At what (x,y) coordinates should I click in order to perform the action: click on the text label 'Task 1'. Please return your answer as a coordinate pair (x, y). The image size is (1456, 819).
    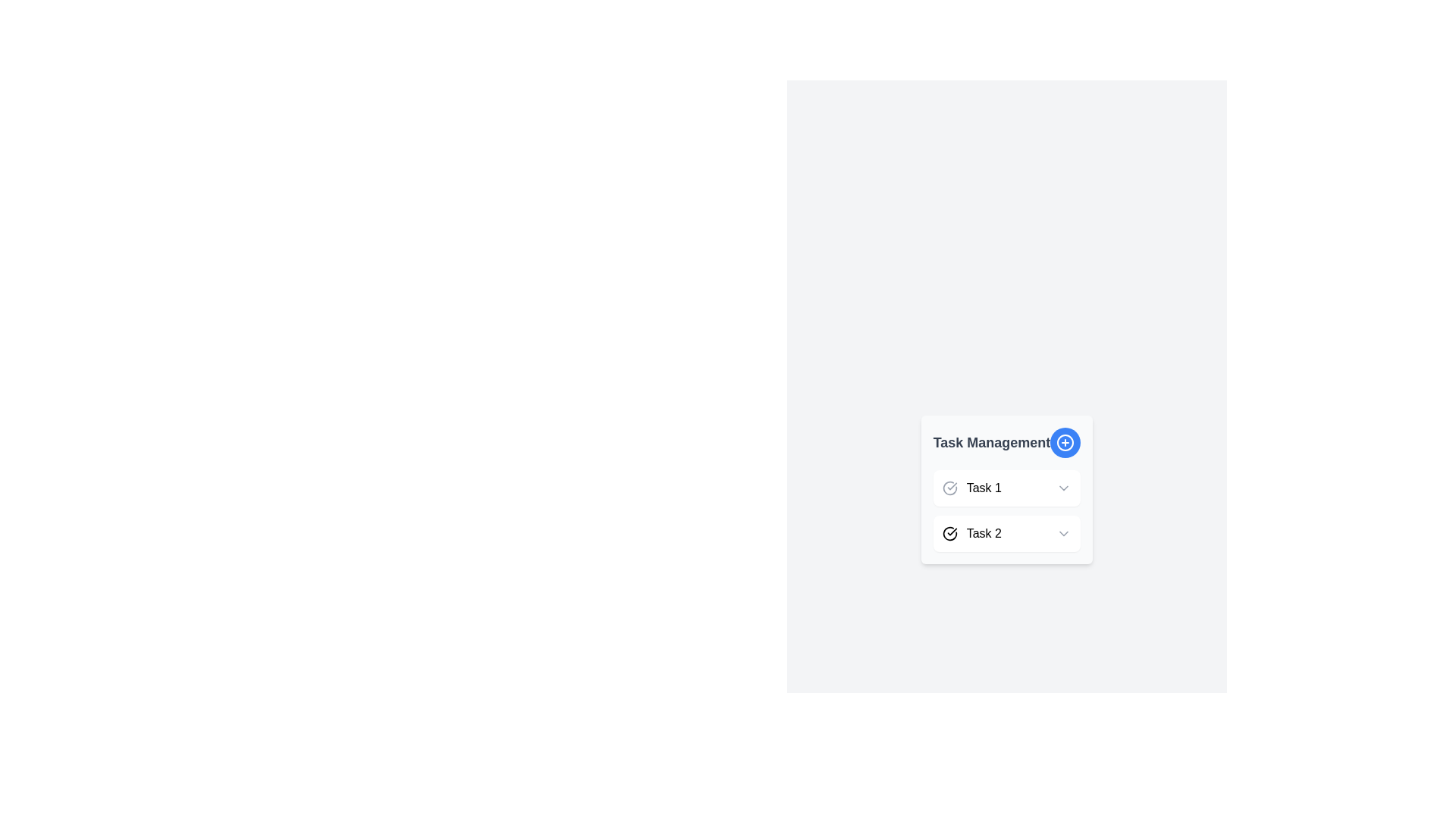
    Looking at the image, I should click on (971, 488).